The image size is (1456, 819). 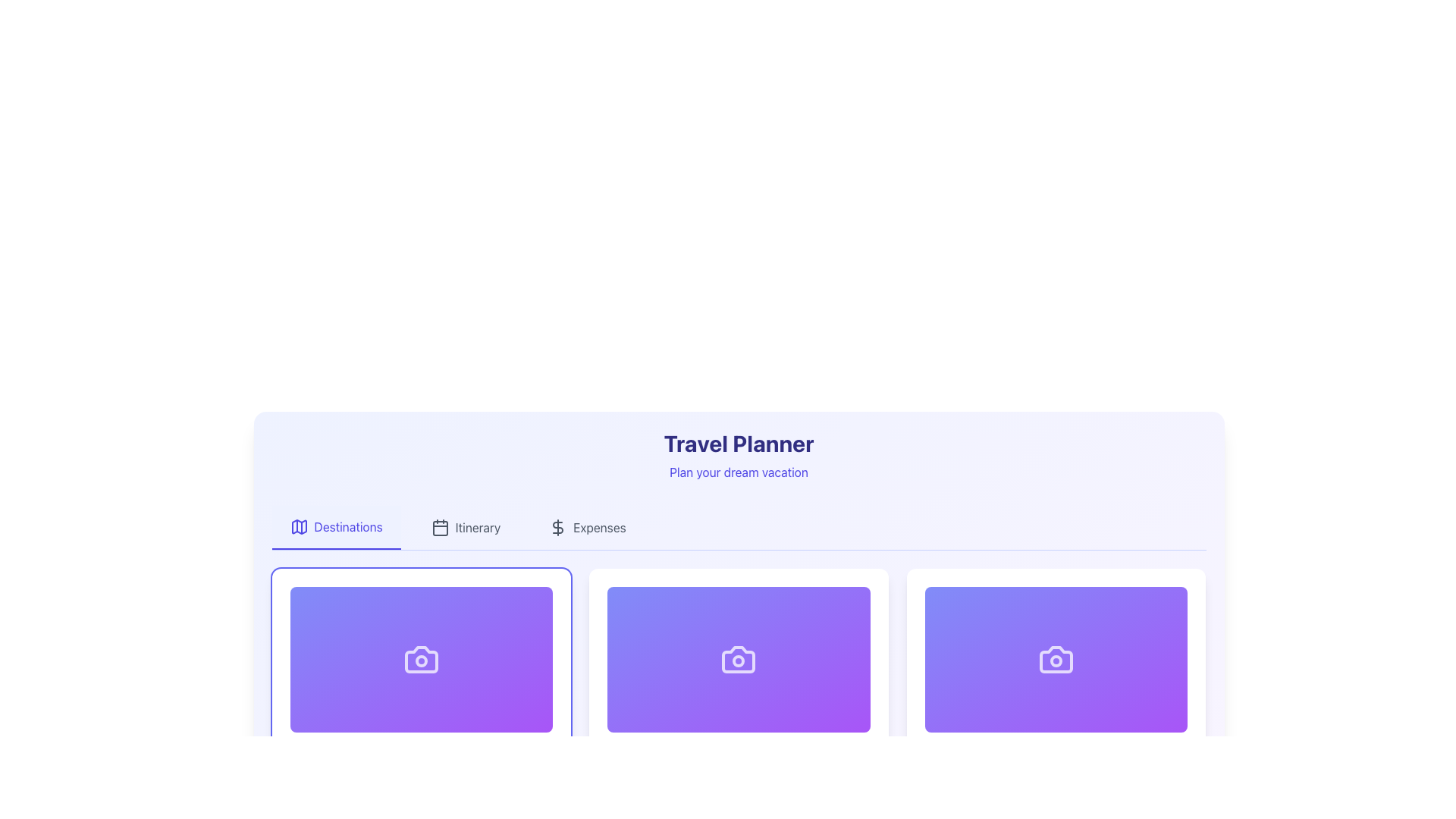 What do you see at coordinates (1056, 660) in the screenshot?
I see `the Circle within the SVG graphic that represents a decorative or functional part of the camera icon, located slightly towards the bottom-right of the icon design` at bounding box center [1056, 660].